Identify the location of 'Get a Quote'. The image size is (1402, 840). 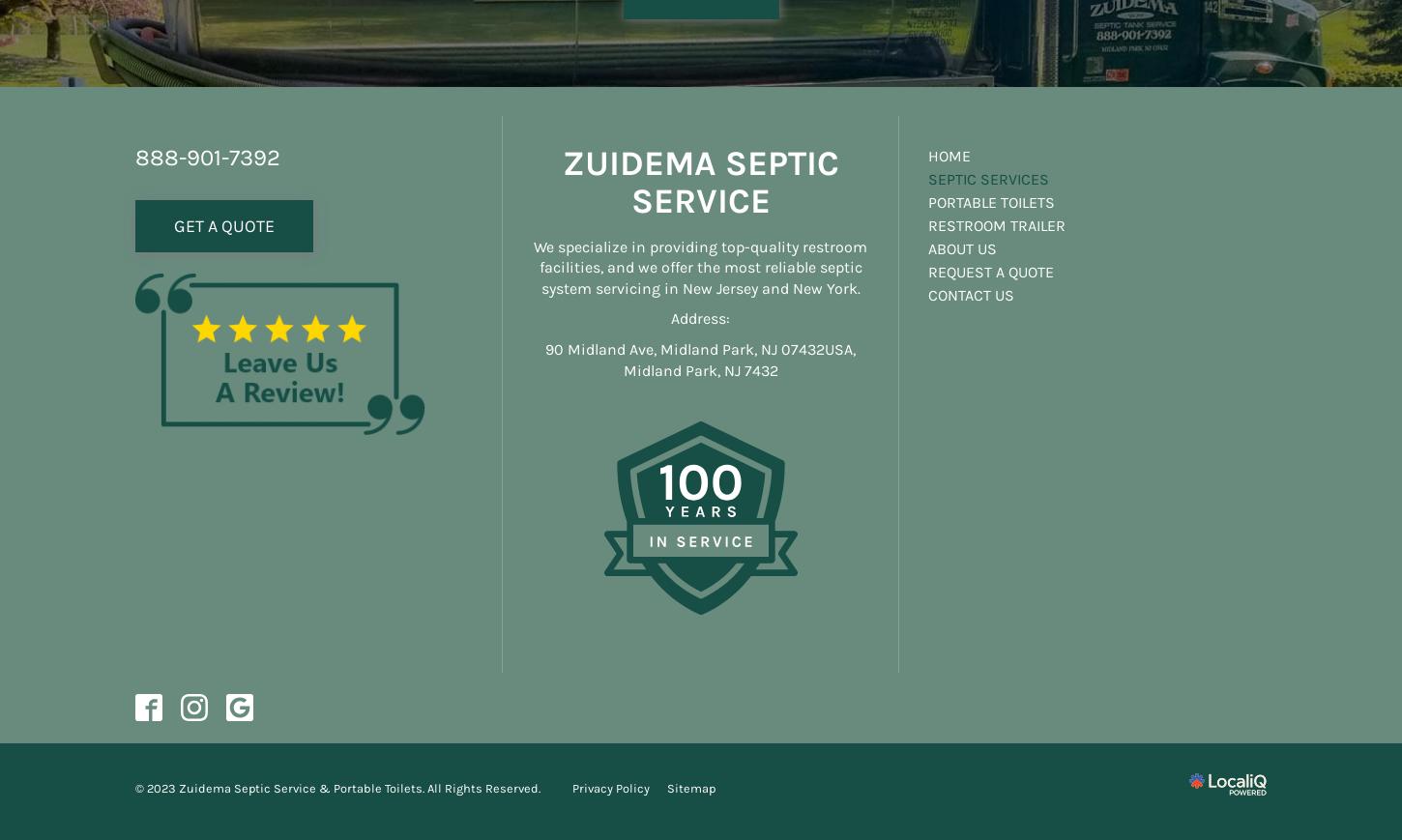
(223, 223).